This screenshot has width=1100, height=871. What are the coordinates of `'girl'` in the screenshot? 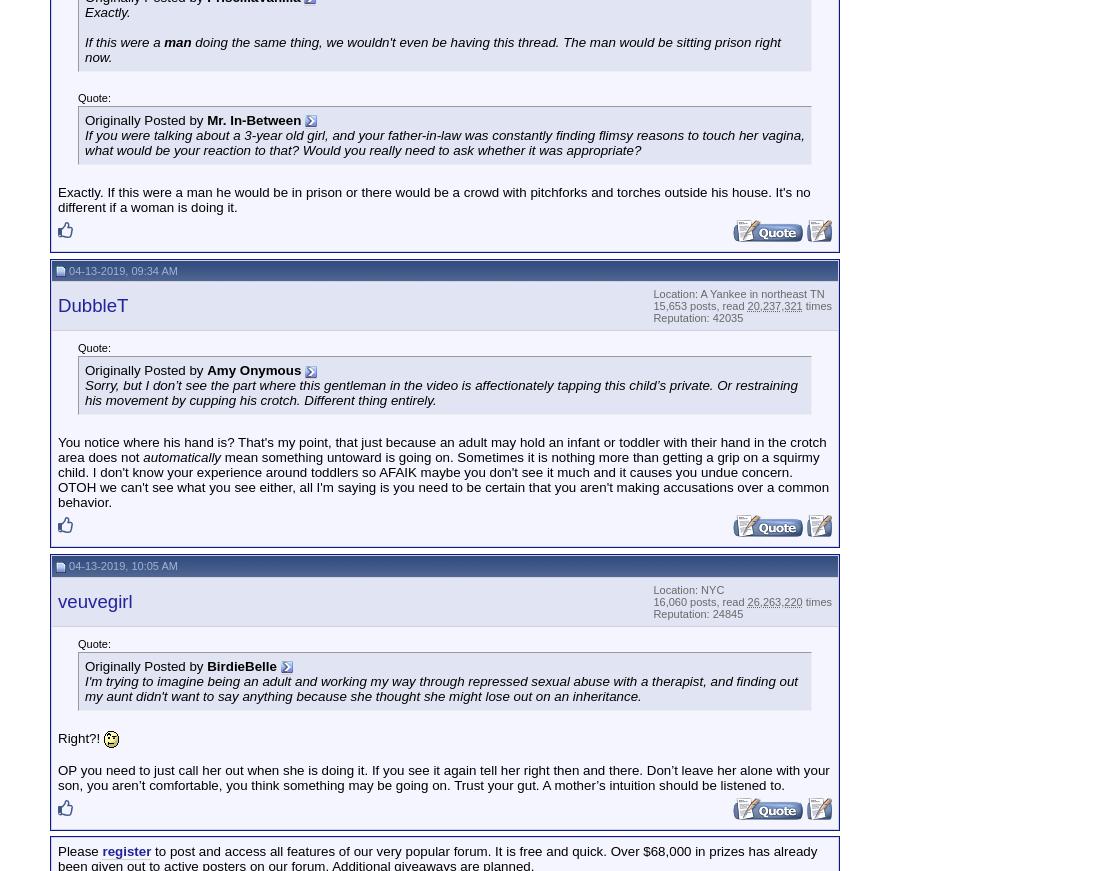 It's located at (315, 133).